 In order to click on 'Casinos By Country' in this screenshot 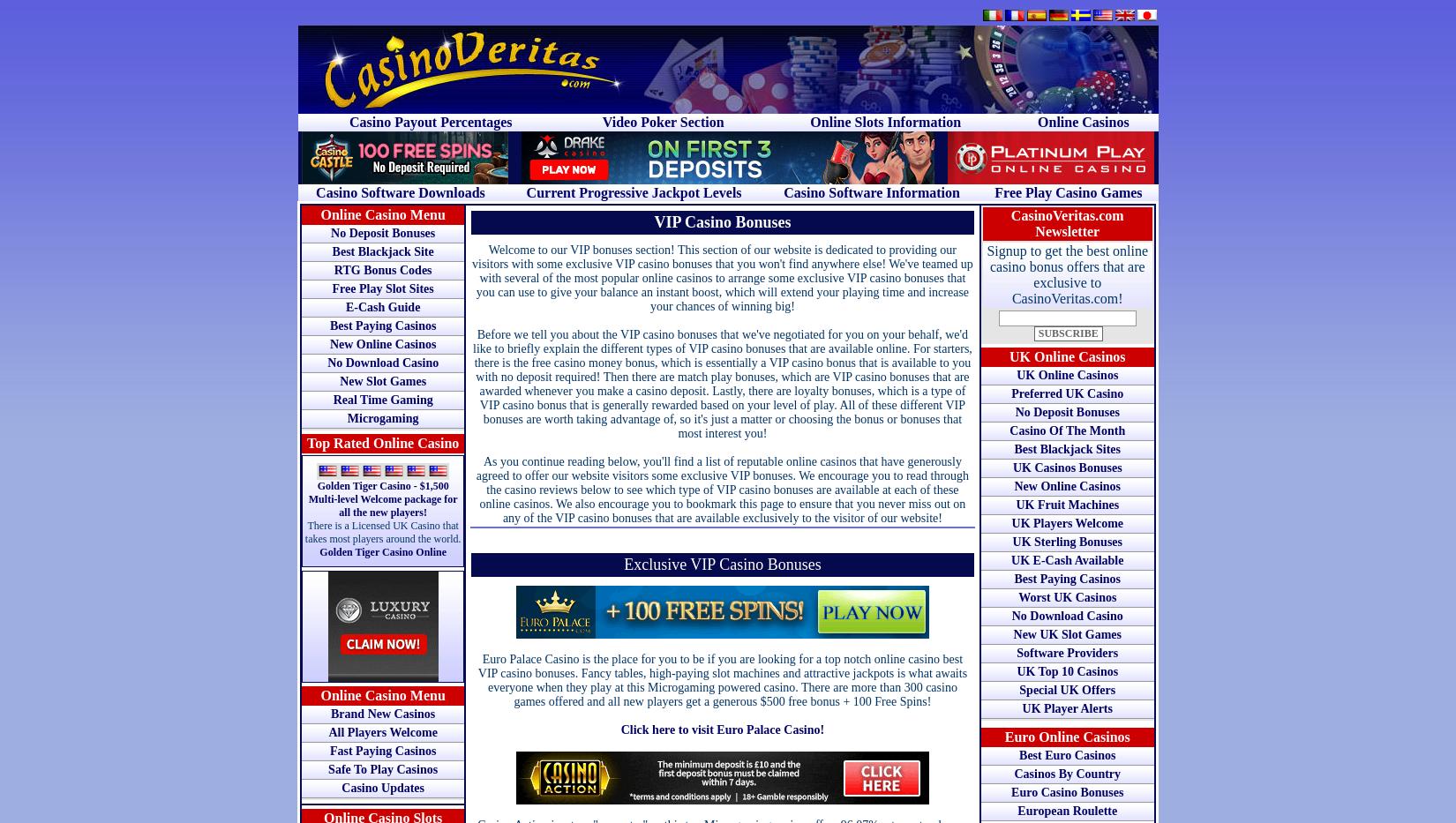, I will do `click(1067, 773)`.